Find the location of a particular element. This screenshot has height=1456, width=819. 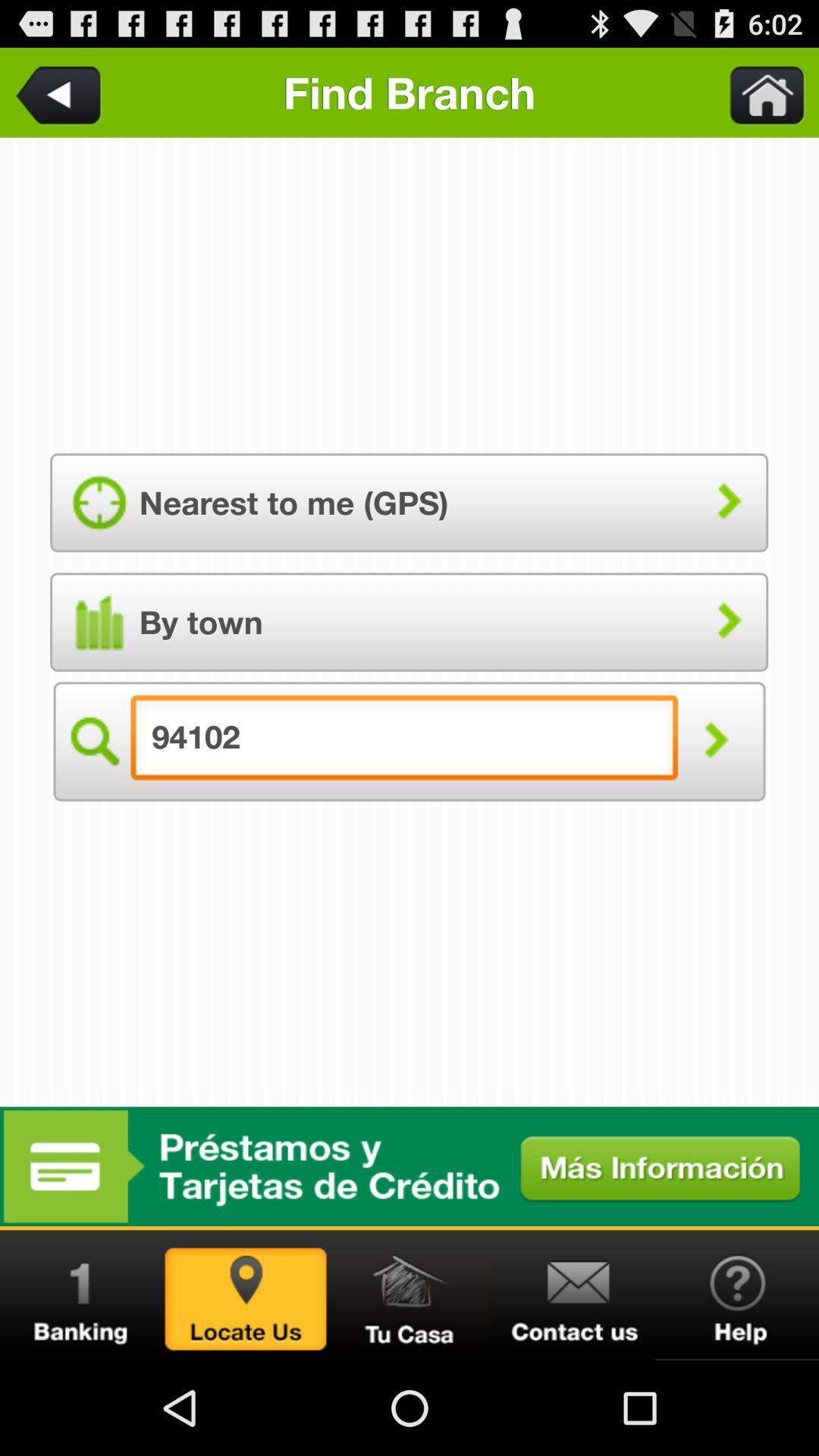

tap for more information is located at coordinates (409, 1166).